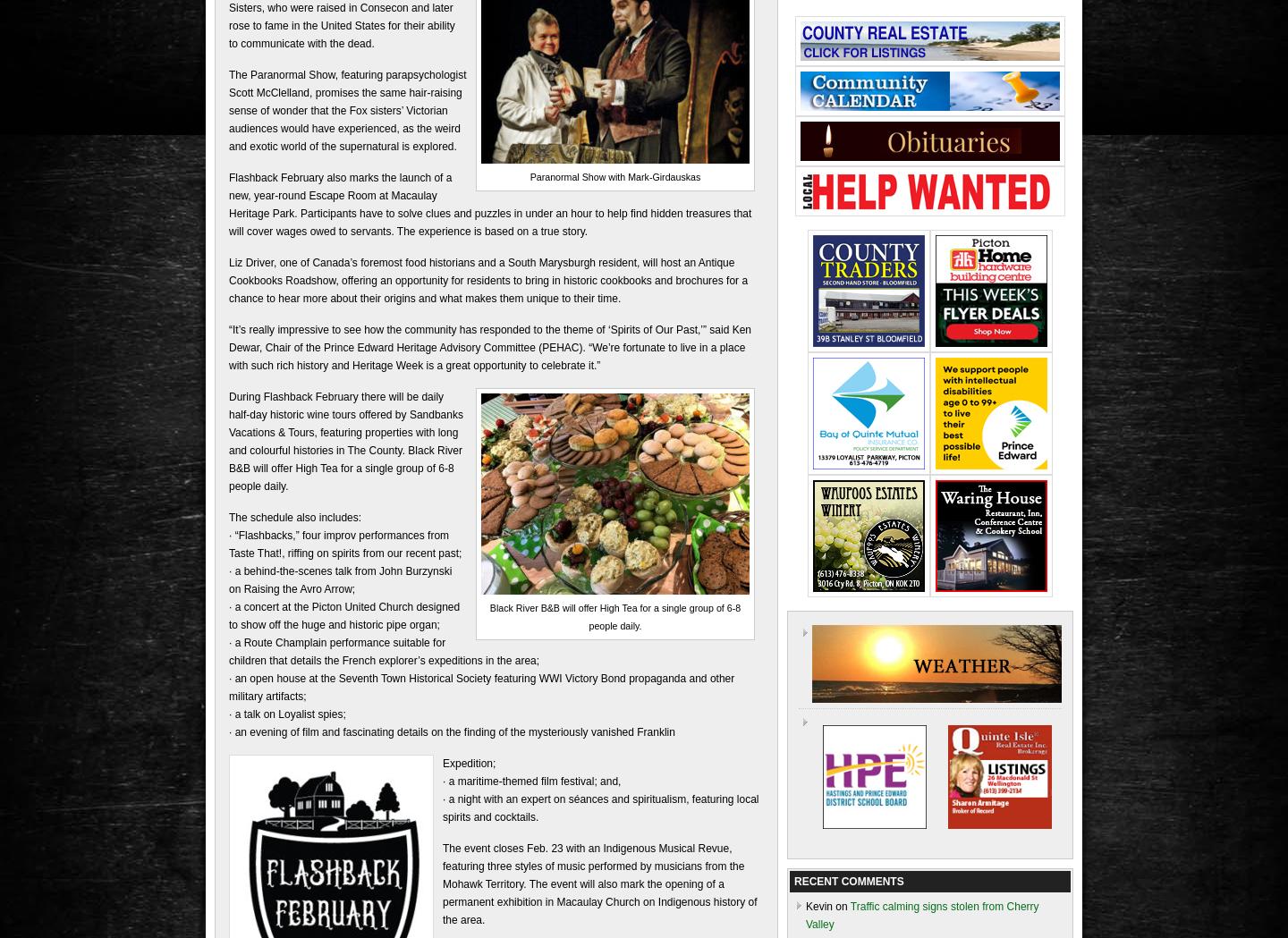 Image resolution: width=1288 pixels, height=938 pixels. I want to click on '“It’s really impressive to see how the community has responded to the theme of ‘Spirits of Our Past,’” said Ken Dewar, Chair of the Prince Edward Heritage Advisory Committee (PEHAC). “We’re fortunate to live in a place with such rich history and Heritage Week is a great opportunity to celebrate it.”', so click(490, 347).